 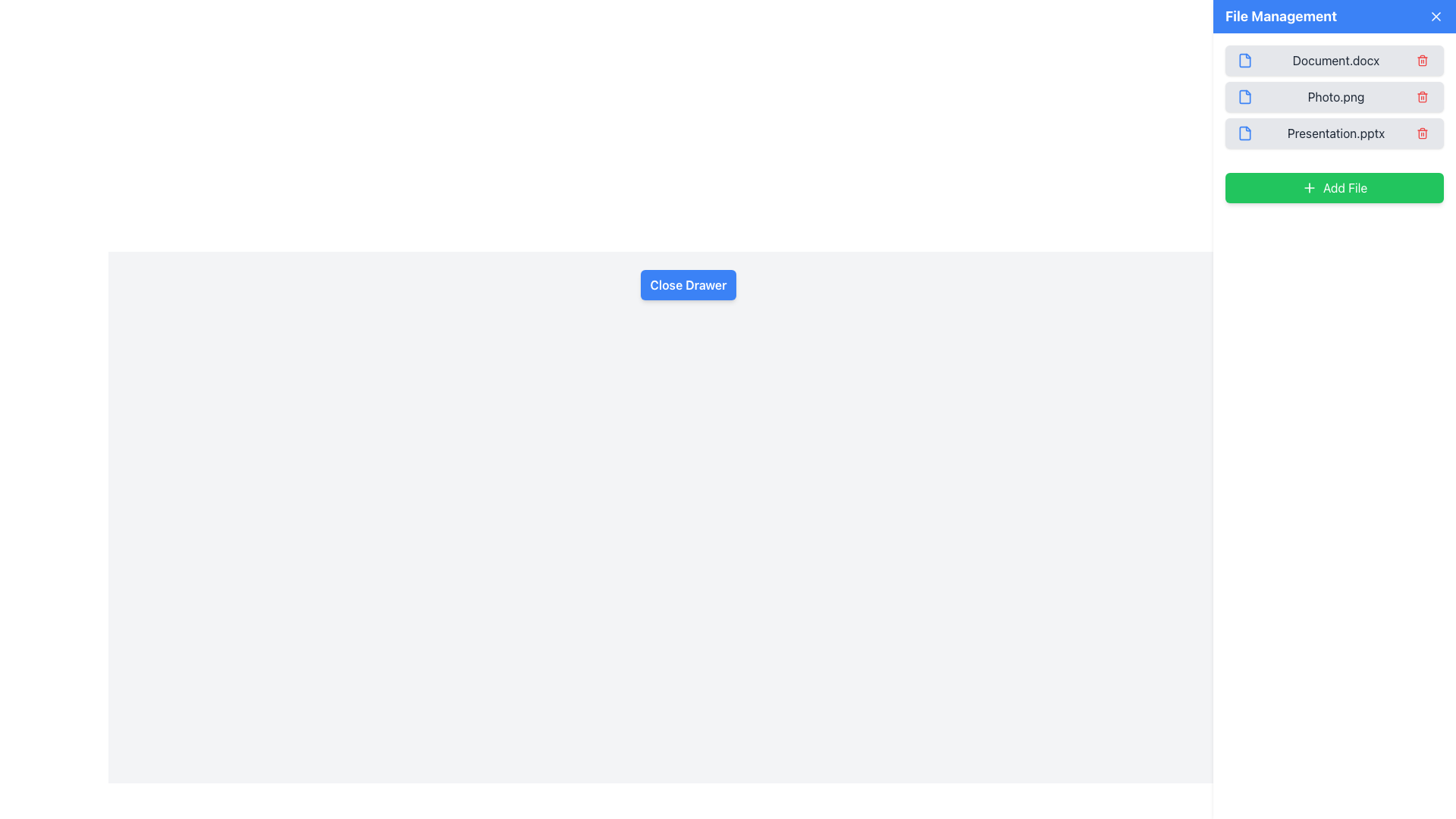 What do you see at coordinates (1335, 60) in the screenshot?
I see `the 'Document.docx' file entry in the 'File Management' sidebar` at bounding box center [1335, 60].